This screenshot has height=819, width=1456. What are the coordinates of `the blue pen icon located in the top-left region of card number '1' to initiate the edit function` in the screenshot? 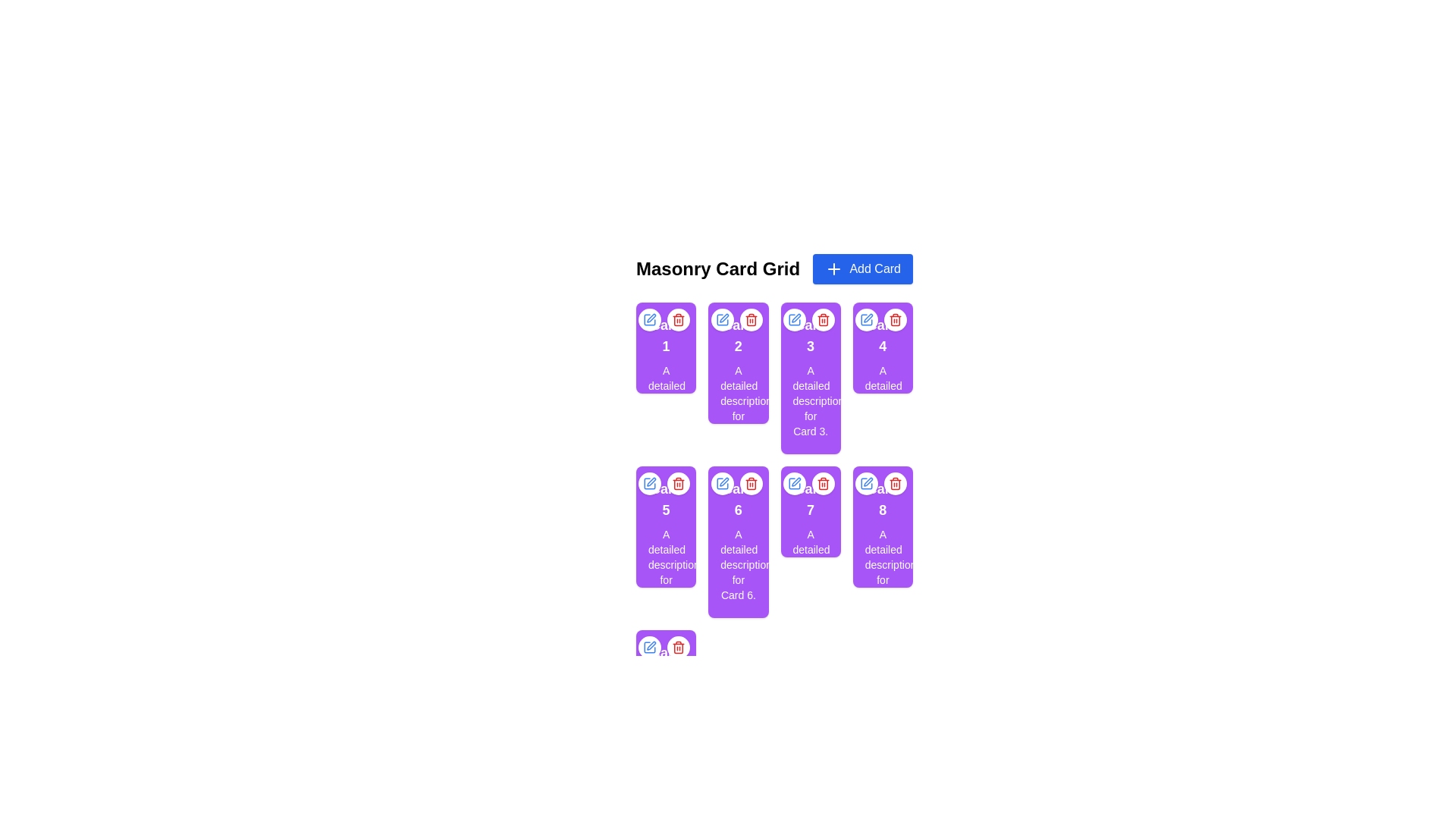 It's located at (795, 482).